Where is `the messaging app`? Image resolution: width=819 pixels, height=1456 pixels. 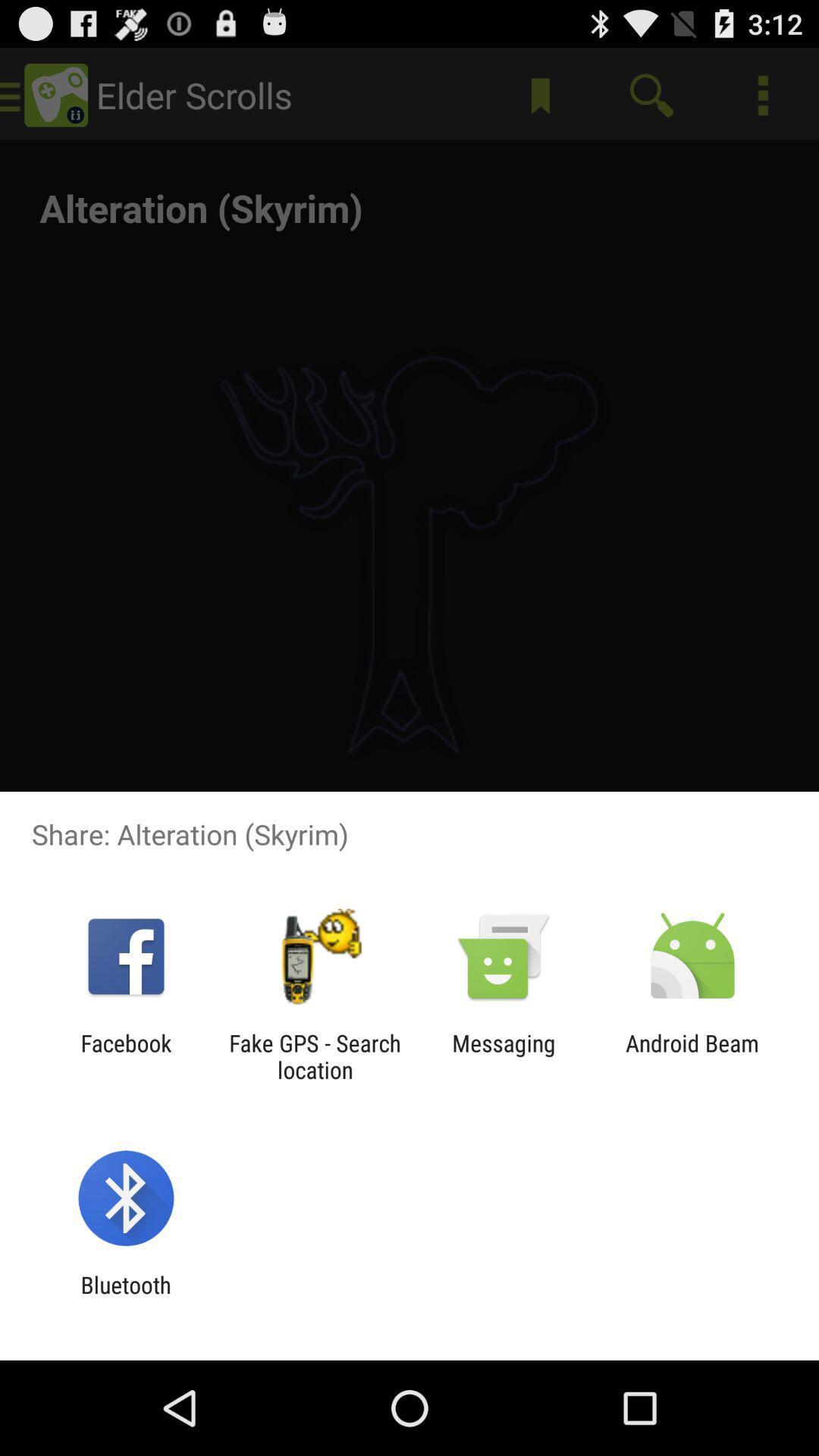 the messaging app is located at coordinates (504, 1056).